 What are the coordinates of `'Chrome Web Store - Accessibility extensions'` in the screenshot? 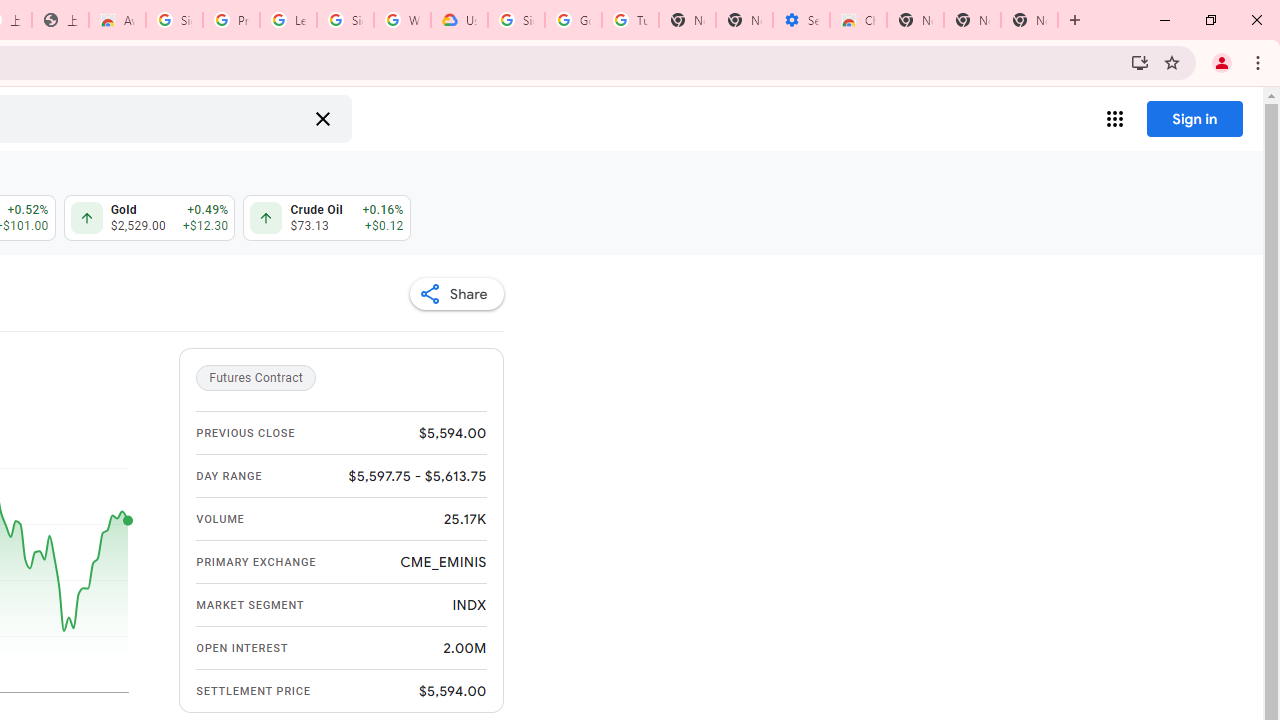 It's located at (858, 20).